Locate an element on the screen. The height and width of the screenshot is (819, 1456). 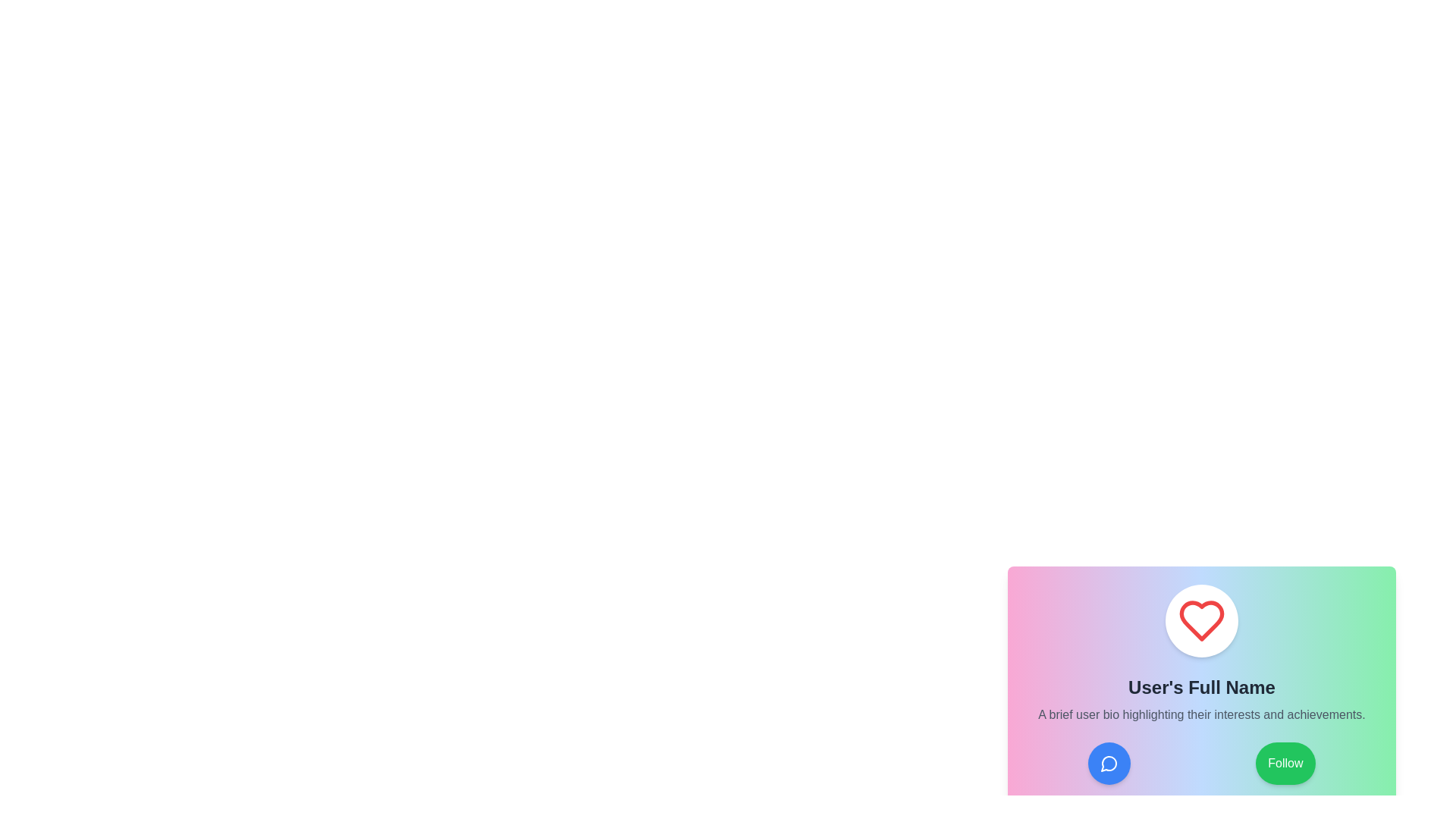
the small speech-bubble-shaped icon outlined in blue with a red fill located on the bottom-left of the user card interface, below the text content and beside the green 'Follow' button is located at coordinates (1109, 764).